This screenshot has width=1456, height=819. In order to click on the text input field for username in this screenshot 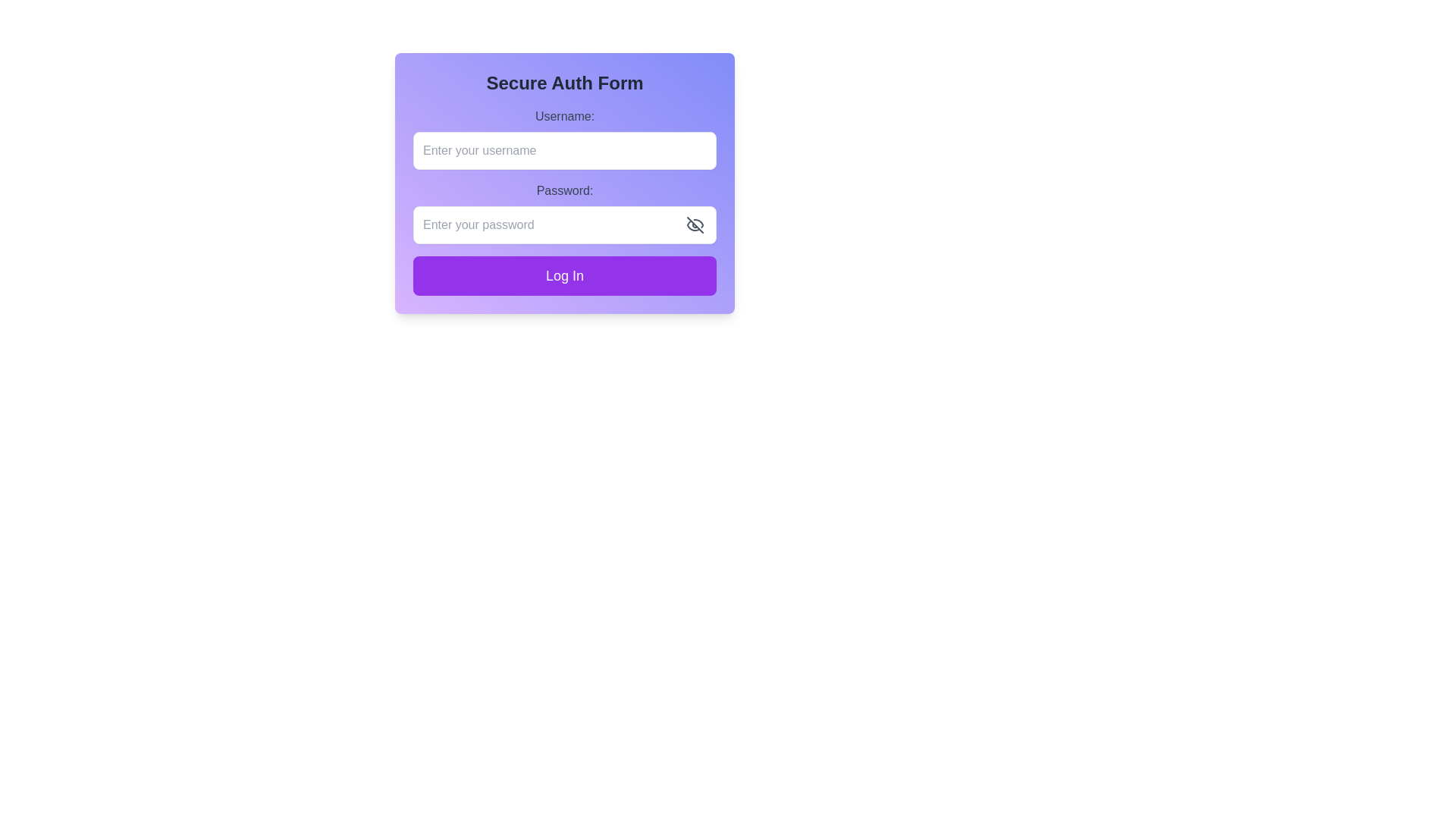, I will do `click(563, 138)`.